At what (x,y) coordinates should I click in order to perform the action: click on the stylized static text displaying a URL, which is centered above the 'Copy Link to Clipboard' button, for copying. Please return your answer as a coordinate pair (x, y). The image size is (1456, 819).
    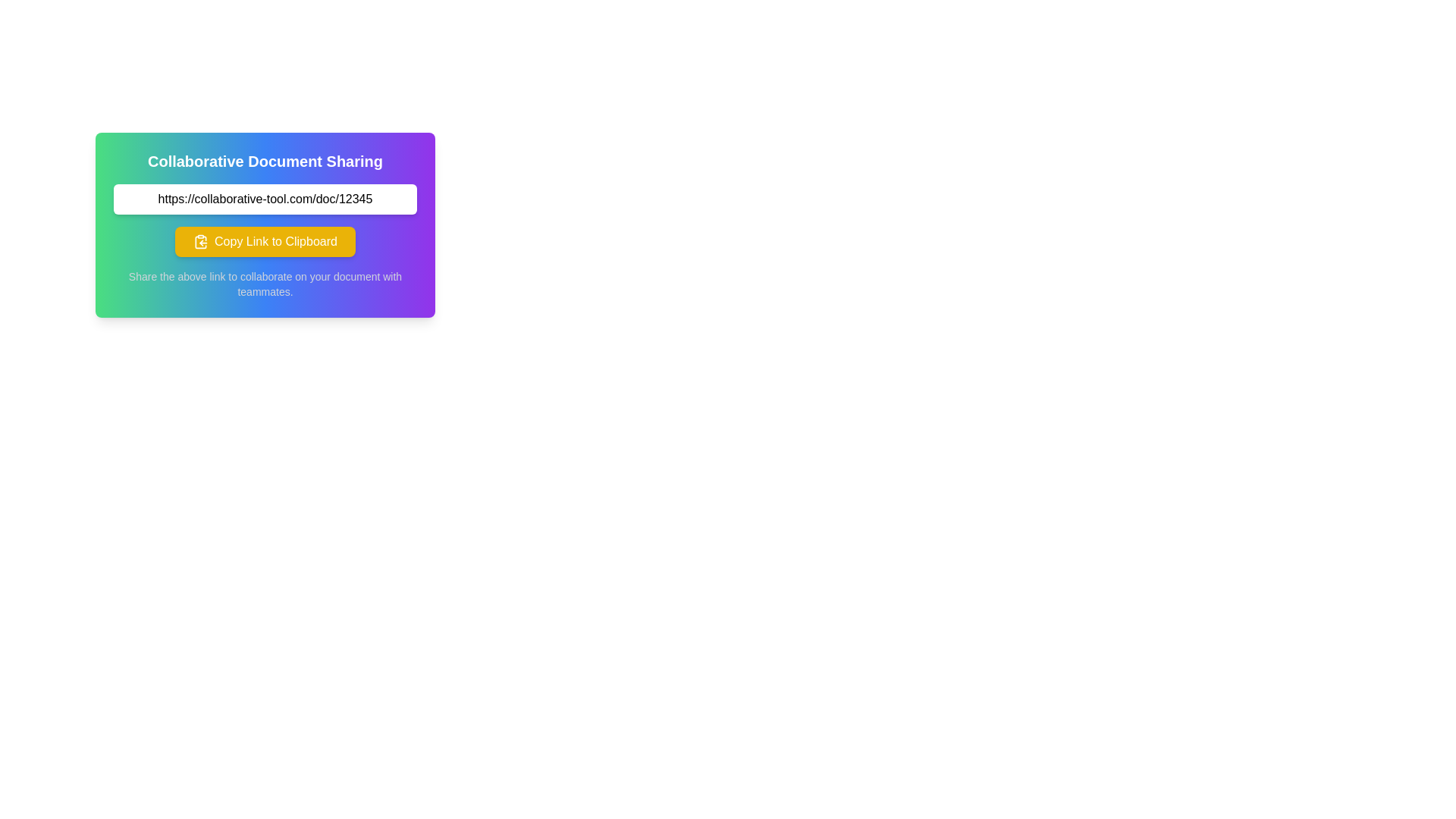
    Looking at the image, I should click on (265, 198).